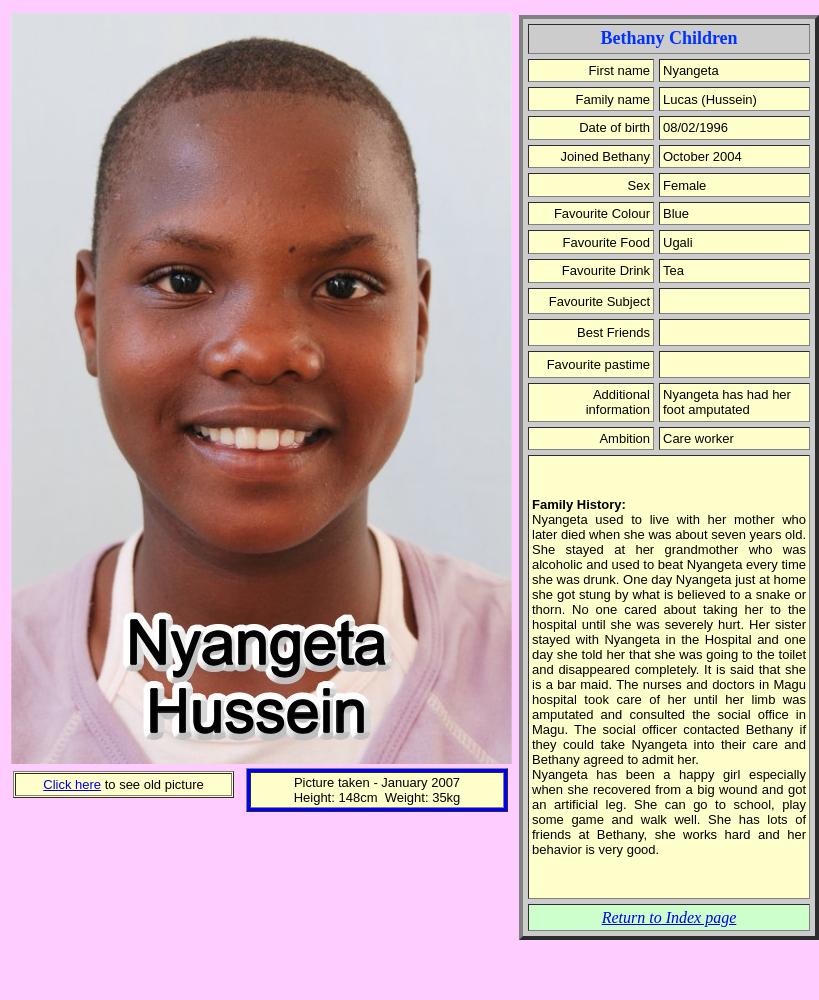 This screenshot has width=819, height=1000. I want to click on 'Family name', so click(575, 97).